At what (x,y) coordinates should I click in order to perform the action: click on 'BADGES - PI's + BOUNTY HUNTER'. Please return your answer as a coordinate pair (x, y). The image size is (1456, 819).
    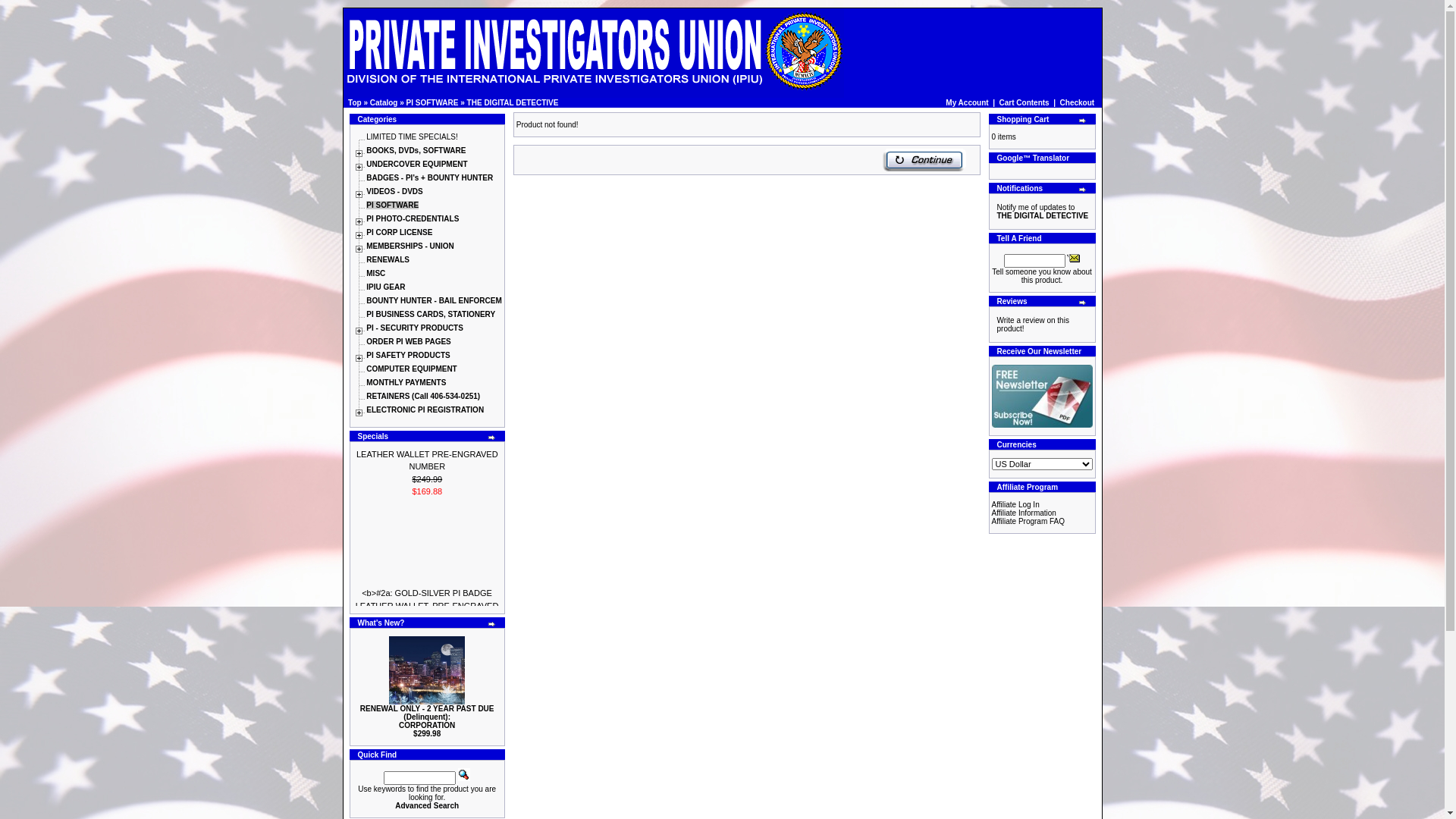
    Looking at the image, I should click on (428, 177).